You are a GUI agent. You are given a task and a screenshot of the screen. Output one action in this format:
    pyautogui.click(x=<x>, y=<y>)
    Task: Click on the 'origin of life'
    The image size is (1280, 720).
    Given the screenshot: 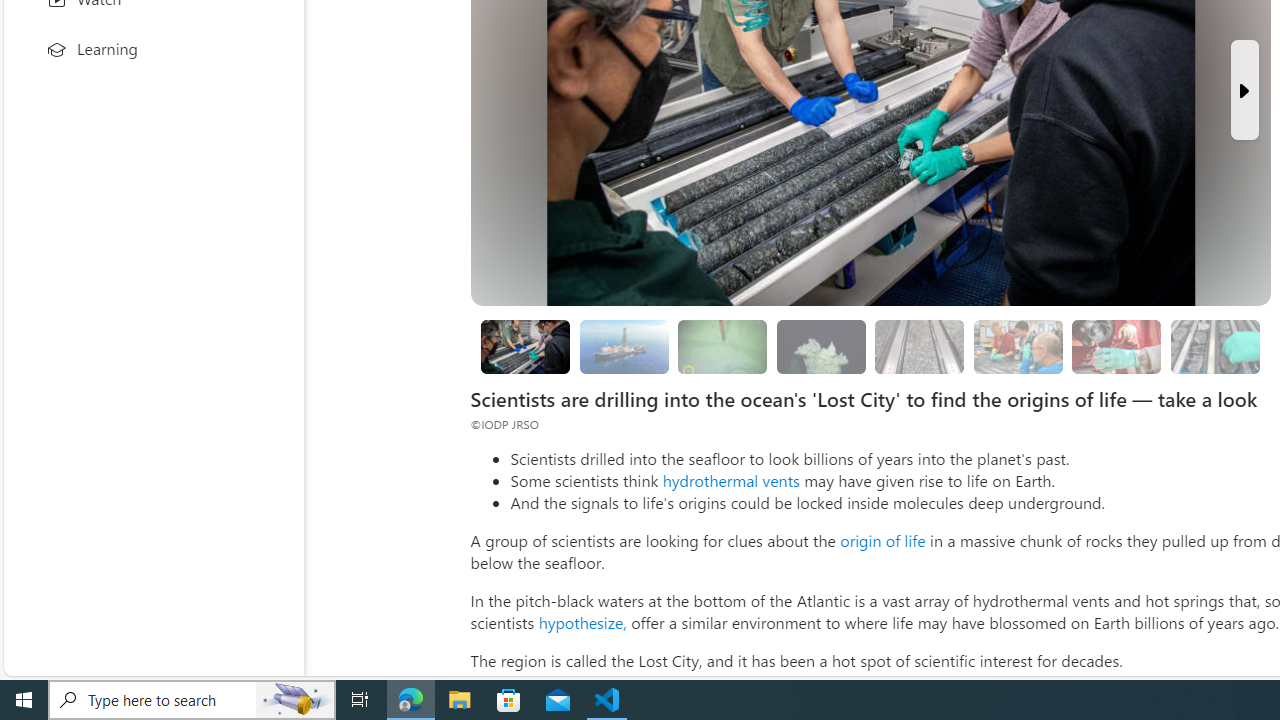 What is the action you would take?
    pyautogui.click(x=881, y=540)
    